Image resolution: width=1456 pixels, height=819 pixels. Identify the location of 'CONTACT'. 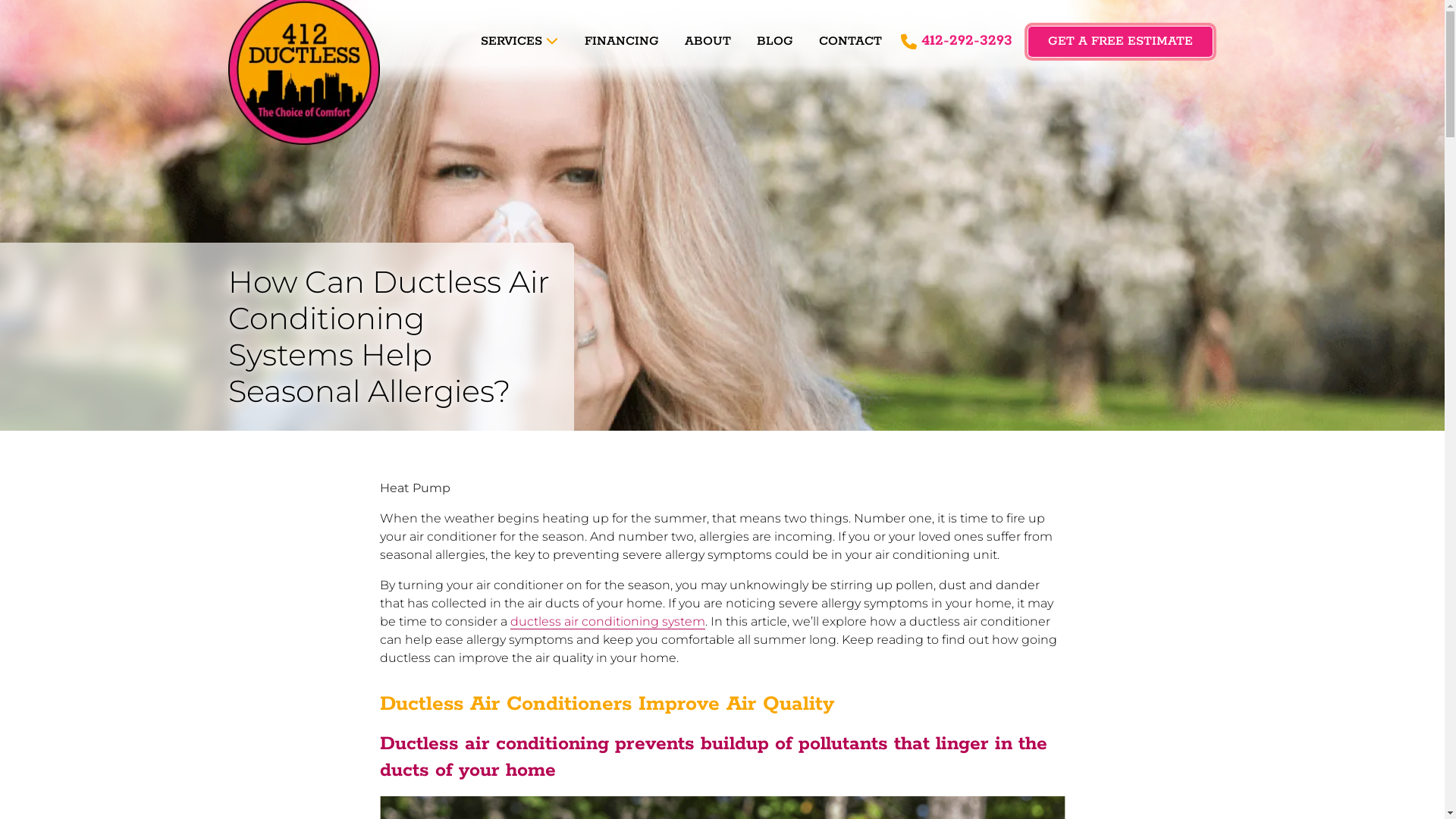
(850, 41).